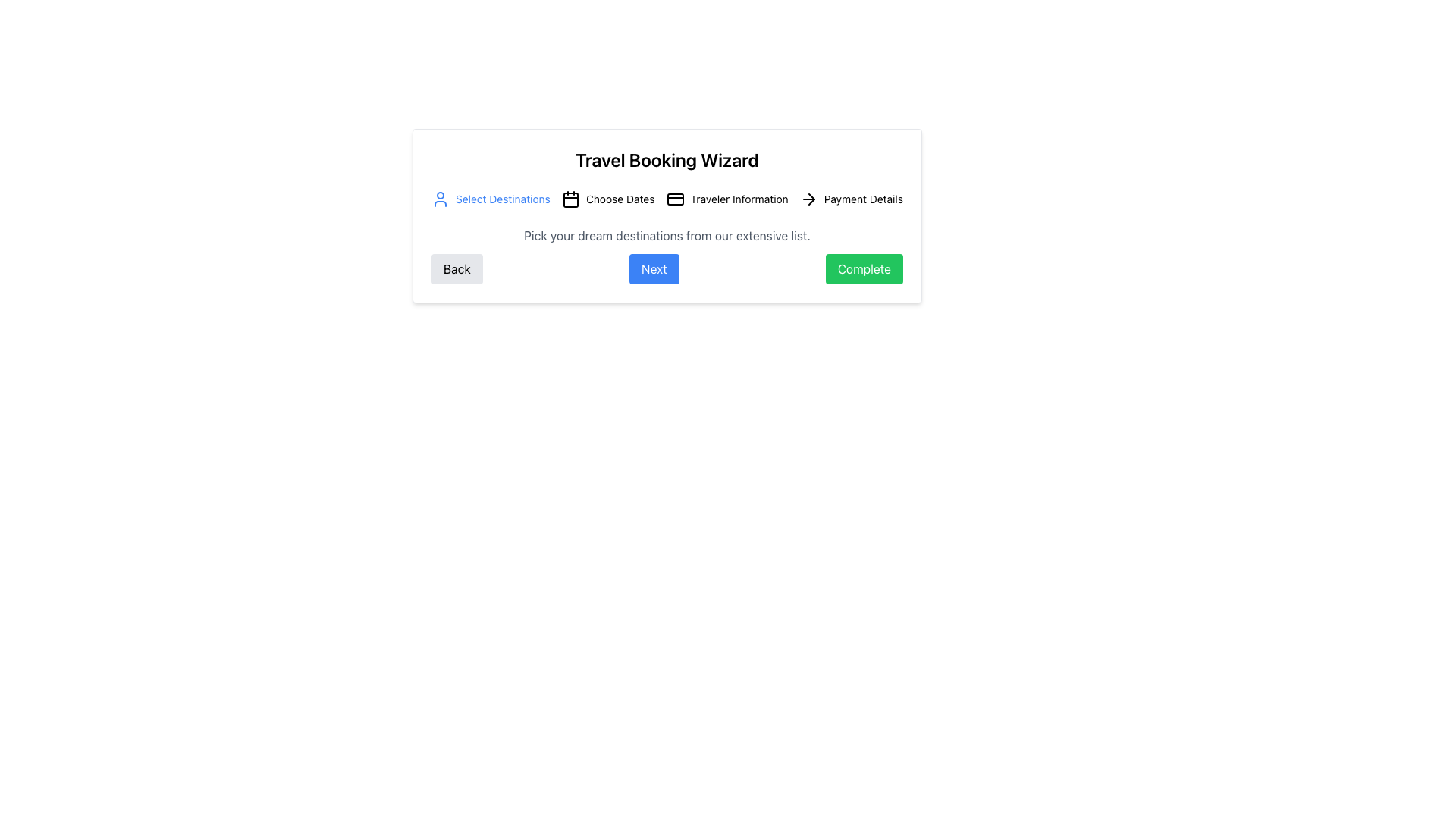 This screenshot has height=819, width=1456. Describe the element at coordinates (852, 198) in the screenshot. I see `the 'Payment Details' label in the Travel Booking Wizard to indicate the current step in the booking process` at that location.